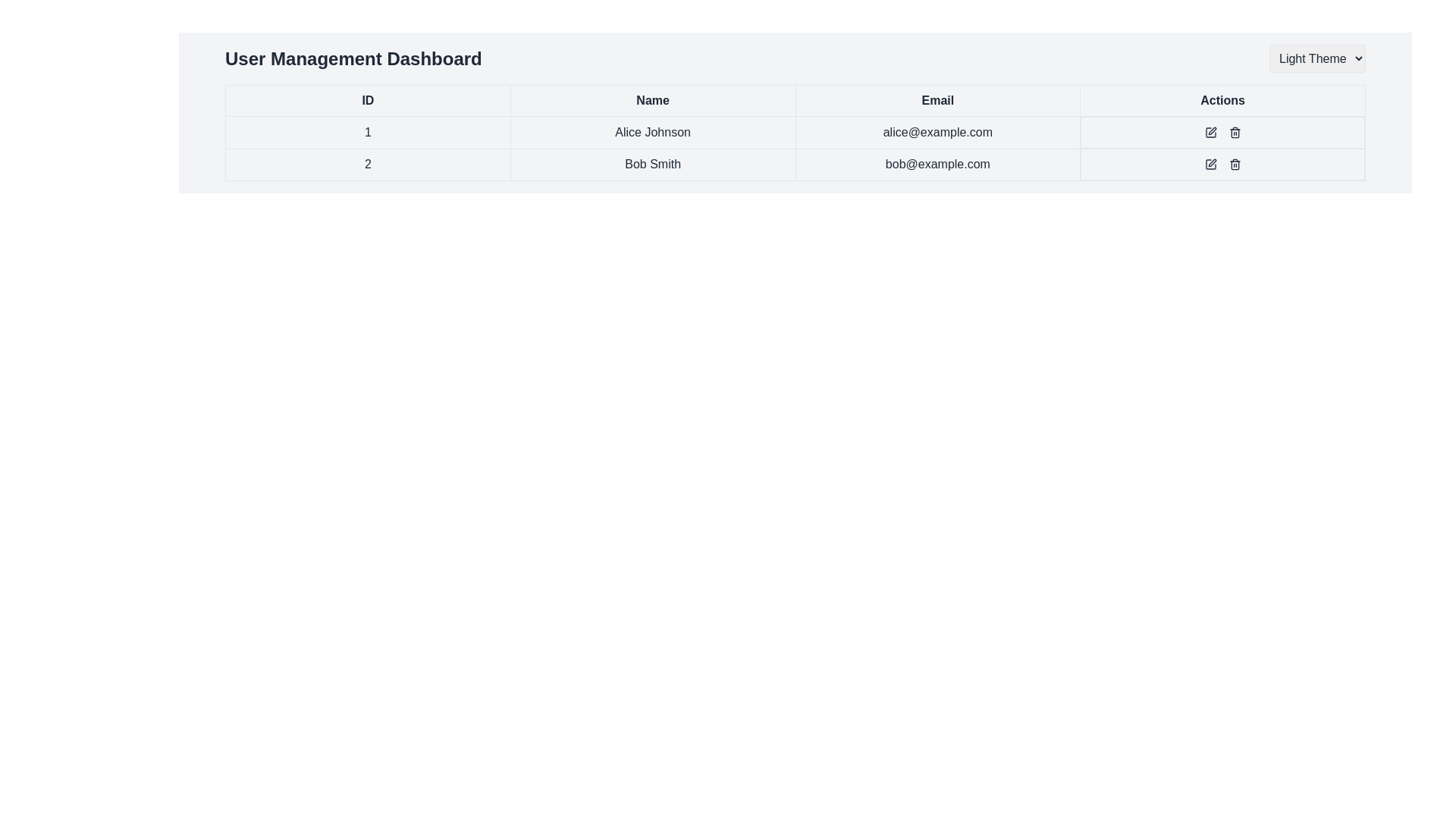 The width and height of the screenshot is (1456, 819). What do you see at coordinates (368, 131) in the screenshot?
I see `the table cell in the first row and first column under the 'ID' header` at bounding box center [368, 131].